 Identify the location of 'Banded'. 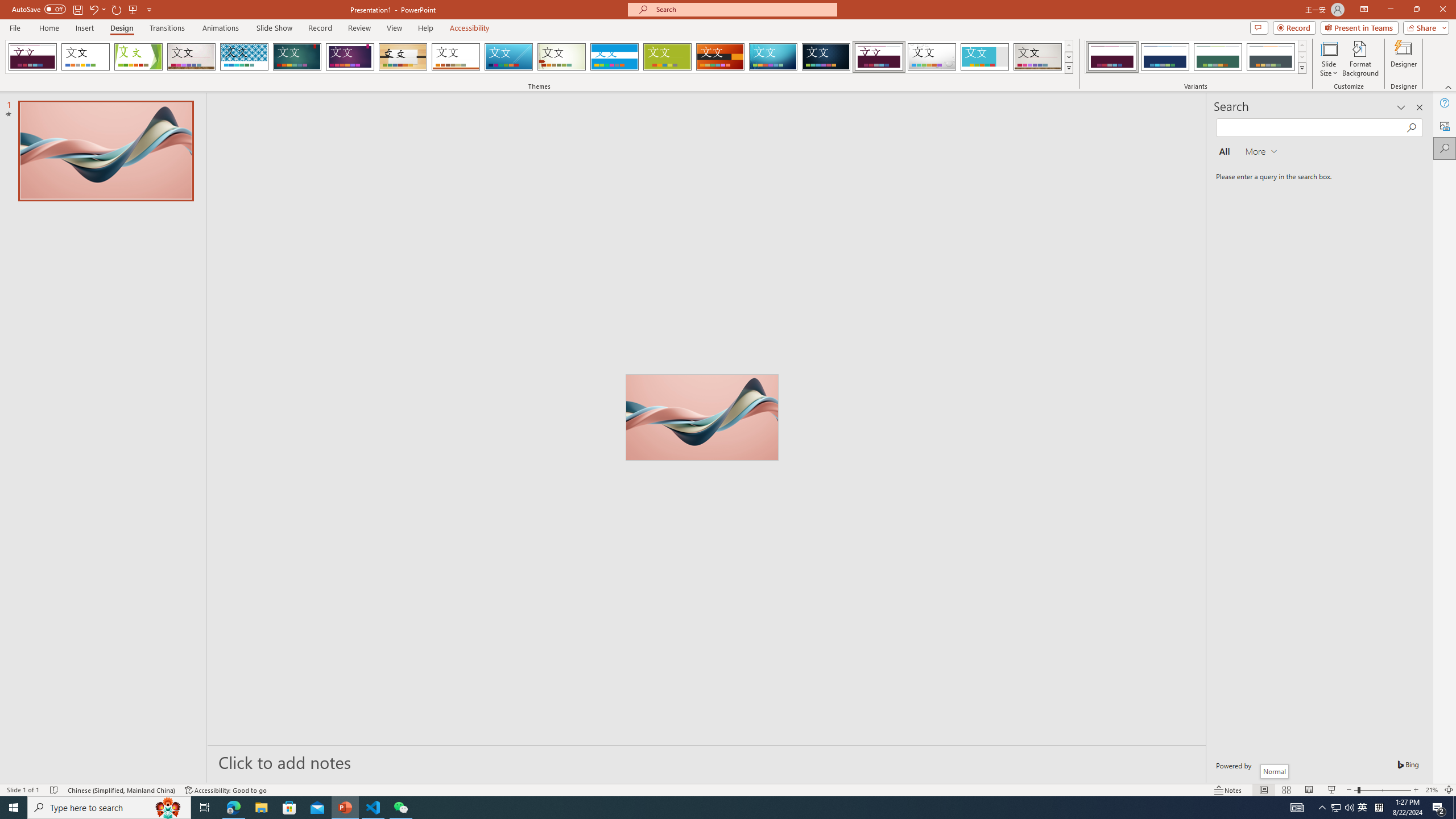
(614, 56).